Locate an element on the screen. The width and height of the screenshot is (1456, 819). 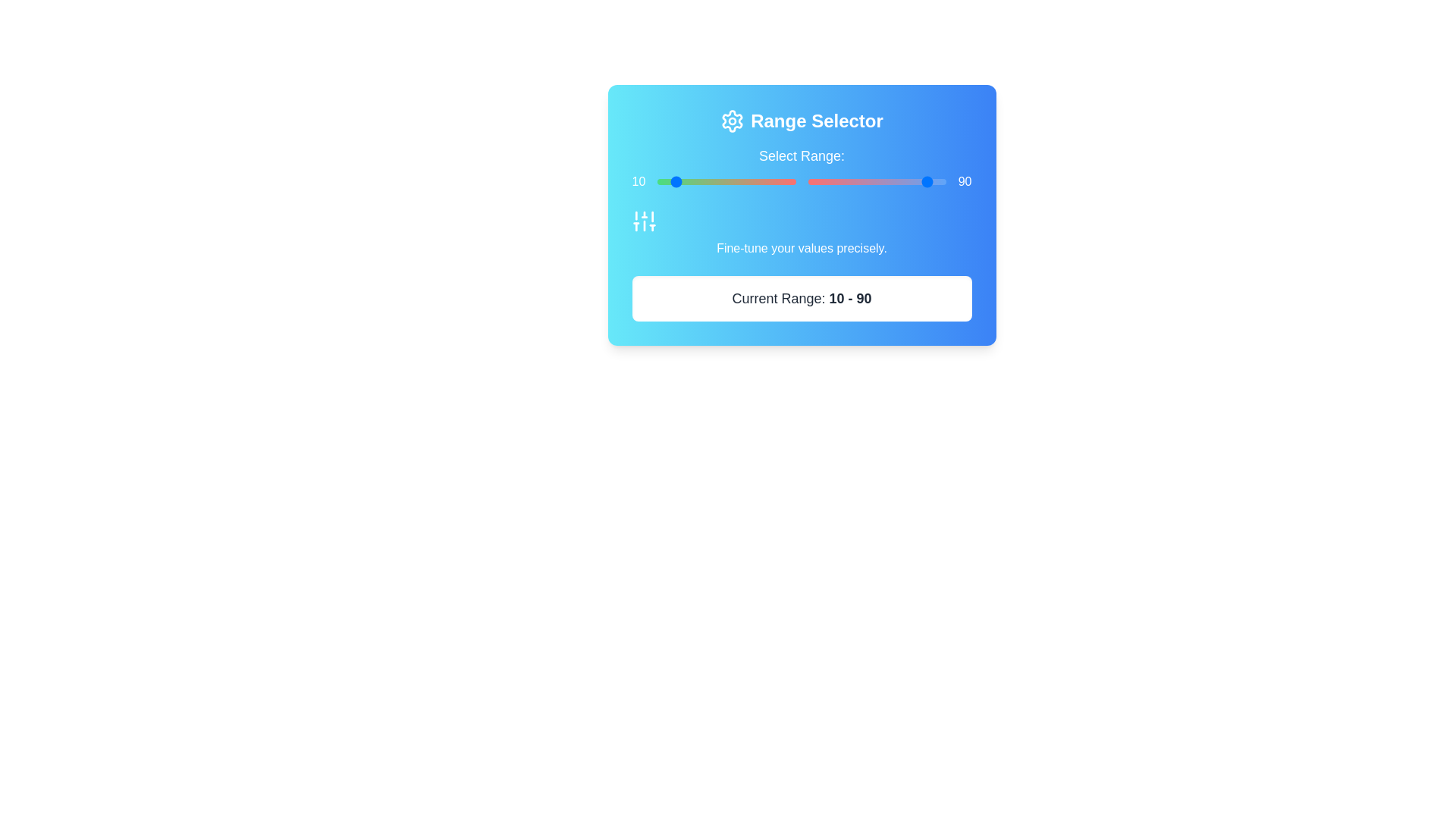
the left range slider to set the starting value to 76 is located at coordinates (762, 180).